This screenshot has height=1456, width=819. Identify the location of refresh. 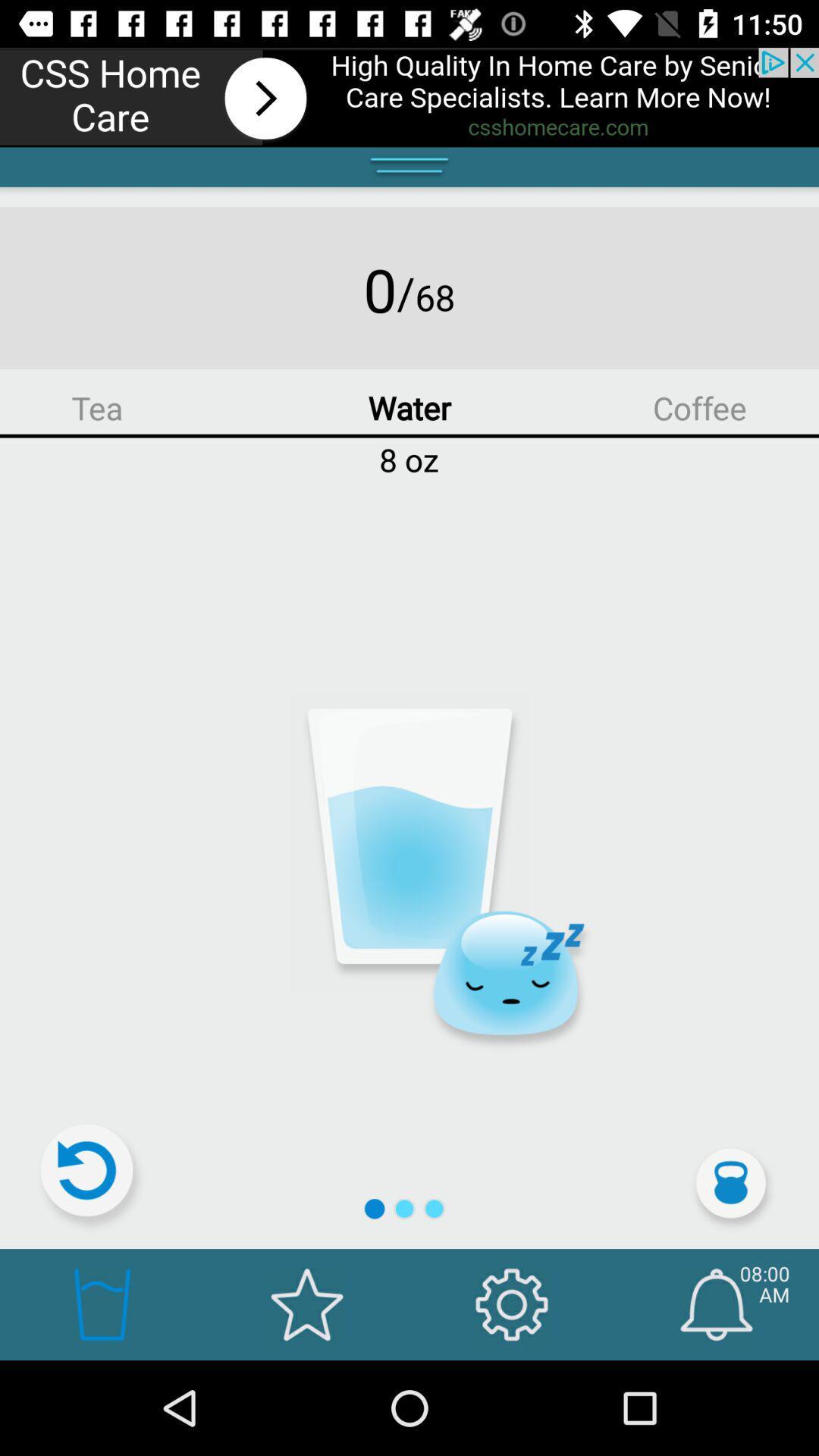
(93, 1176).